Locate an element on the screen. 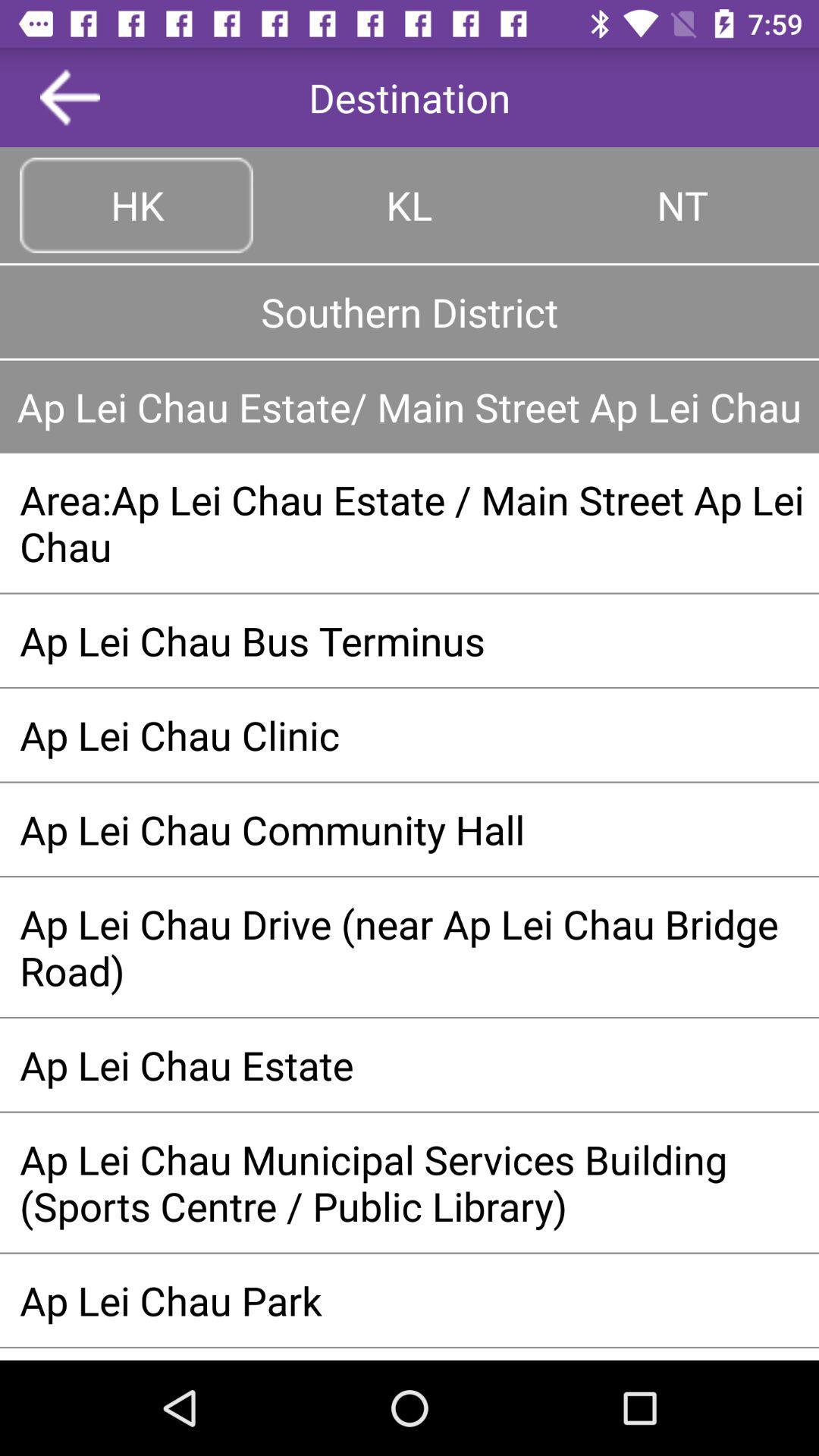 The width and height of the screenshot is (819, 1456). the icon next to hk icon is located at coordinates (409, 204).